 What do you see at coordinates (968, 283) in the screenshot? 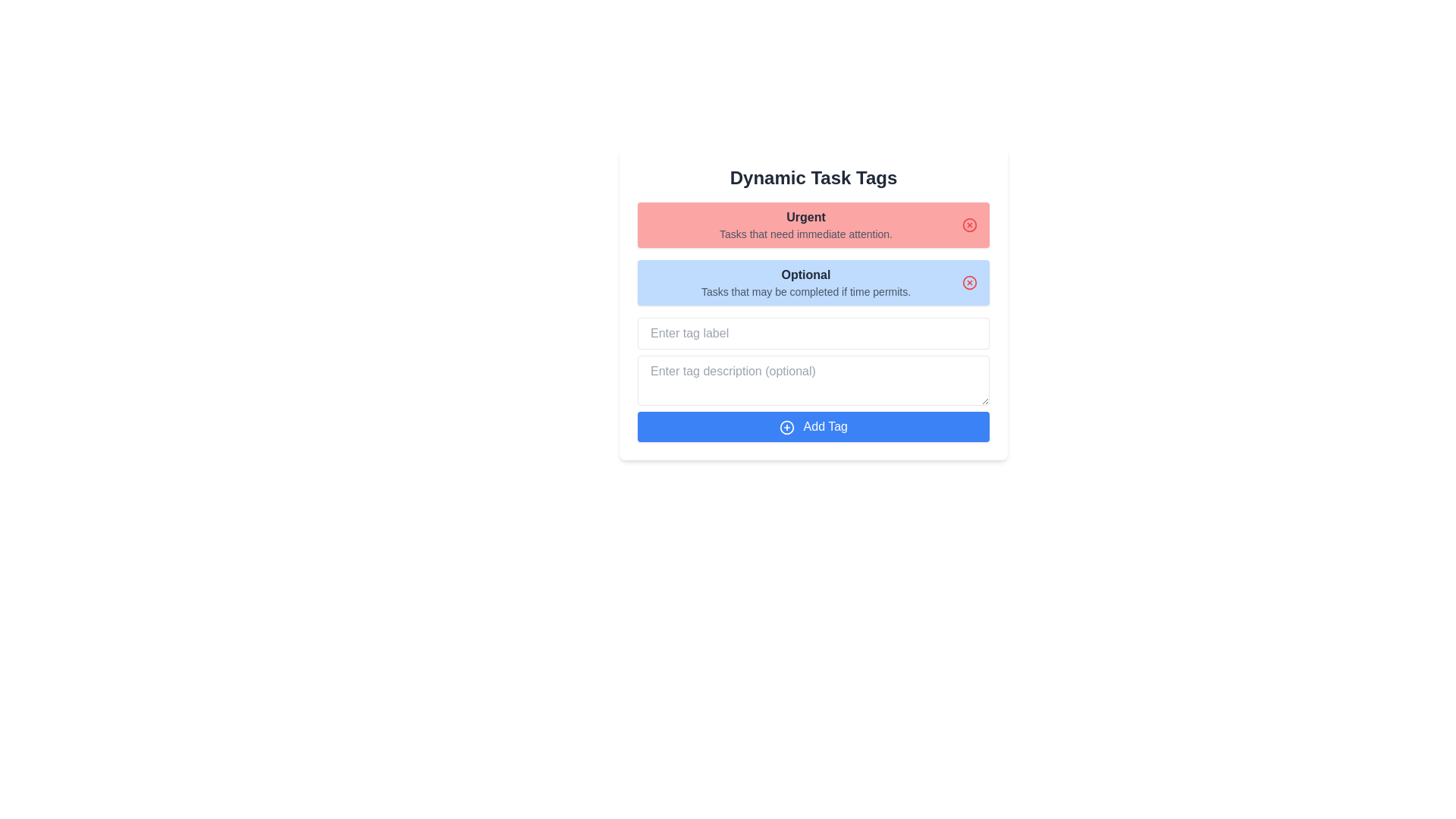
I see `the red circular 'X' icon button located in the upper-right corner of the blue box titled 'Optional'` at bounding box center [968, 283].